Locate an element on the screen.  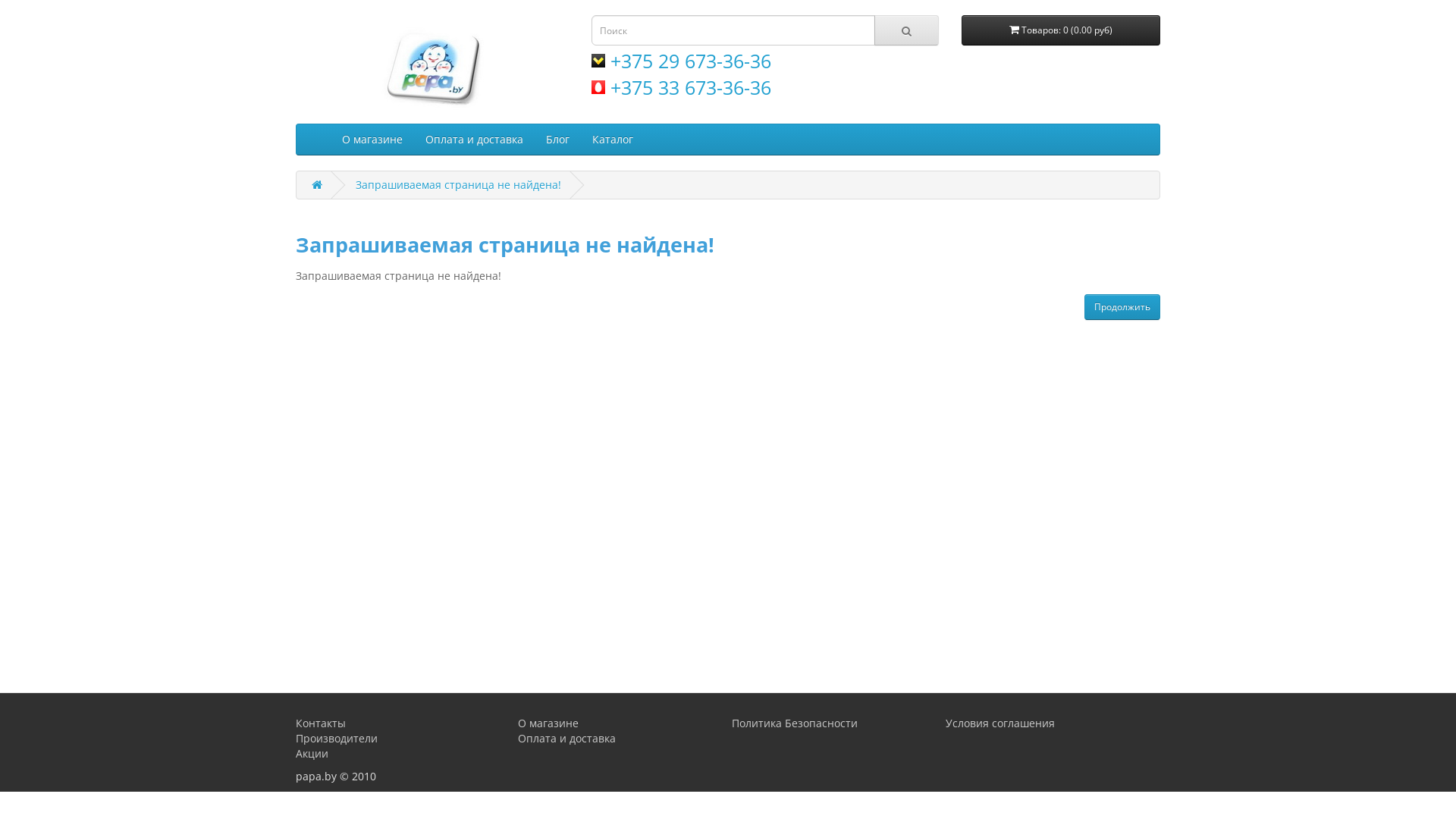
'+375 29 673-36-36' is located at coordinates (680, 60).